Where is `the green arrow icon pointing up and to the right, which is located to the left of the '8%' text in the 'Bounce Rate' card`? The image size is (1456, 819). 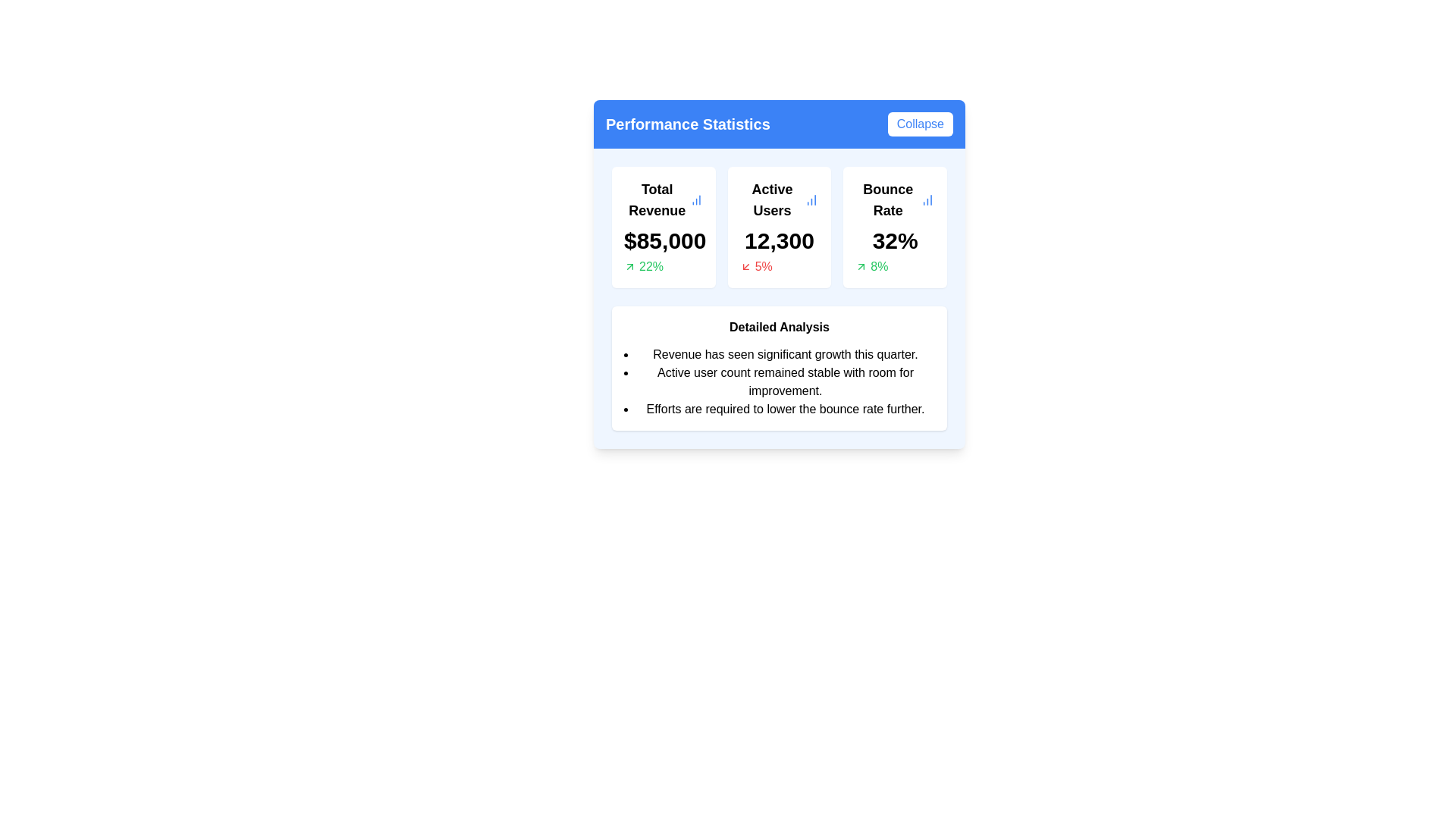 the green arrow icon pointing up and to the right, which is located to the left of the '8%' text in the 'Bounce Rate' card is located at coordinates (861, 265).